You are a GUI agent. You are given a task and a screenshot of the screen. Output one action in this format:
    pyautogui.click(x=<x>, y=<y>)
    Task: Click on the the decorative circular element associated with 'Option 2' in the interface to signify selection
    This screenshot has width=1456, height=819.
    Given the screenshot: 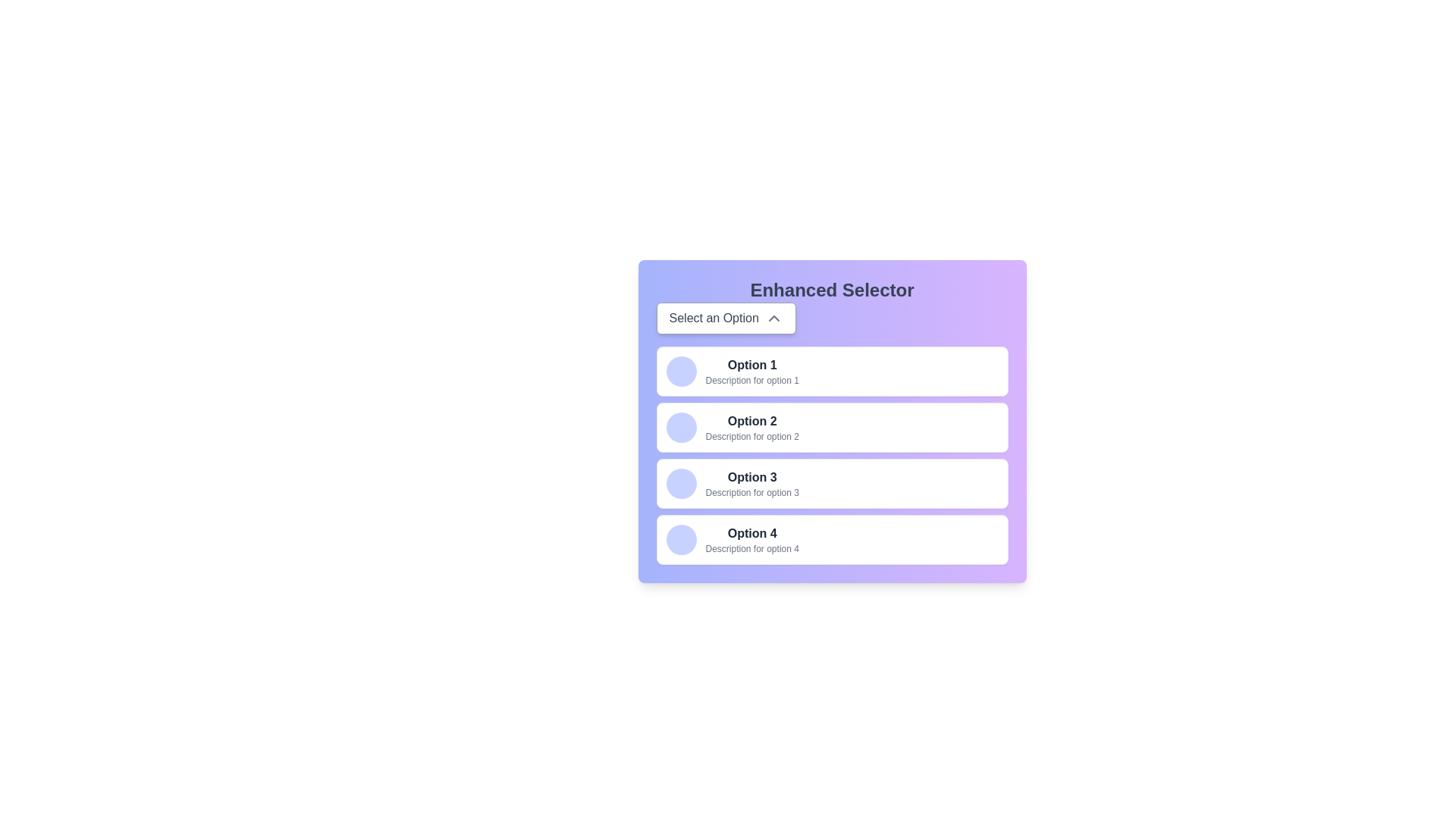 What is the action you would take?
    pyautogui.click(x=680, y=427)
    